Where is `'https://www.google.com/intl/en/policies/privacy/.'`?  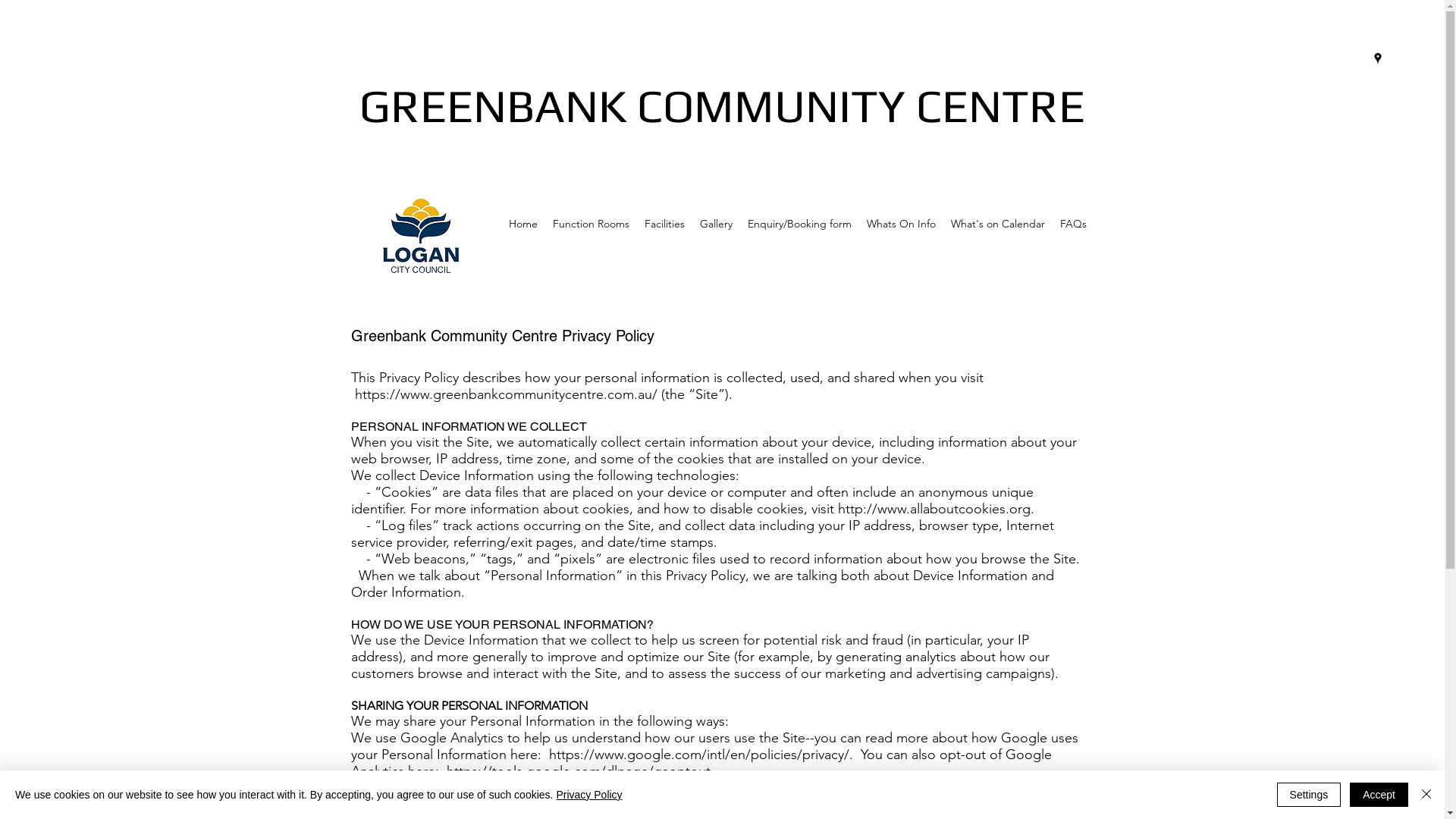 'https://www.google.com/intl/en/policies/privacy/.' is located at coordinates (700, 755).